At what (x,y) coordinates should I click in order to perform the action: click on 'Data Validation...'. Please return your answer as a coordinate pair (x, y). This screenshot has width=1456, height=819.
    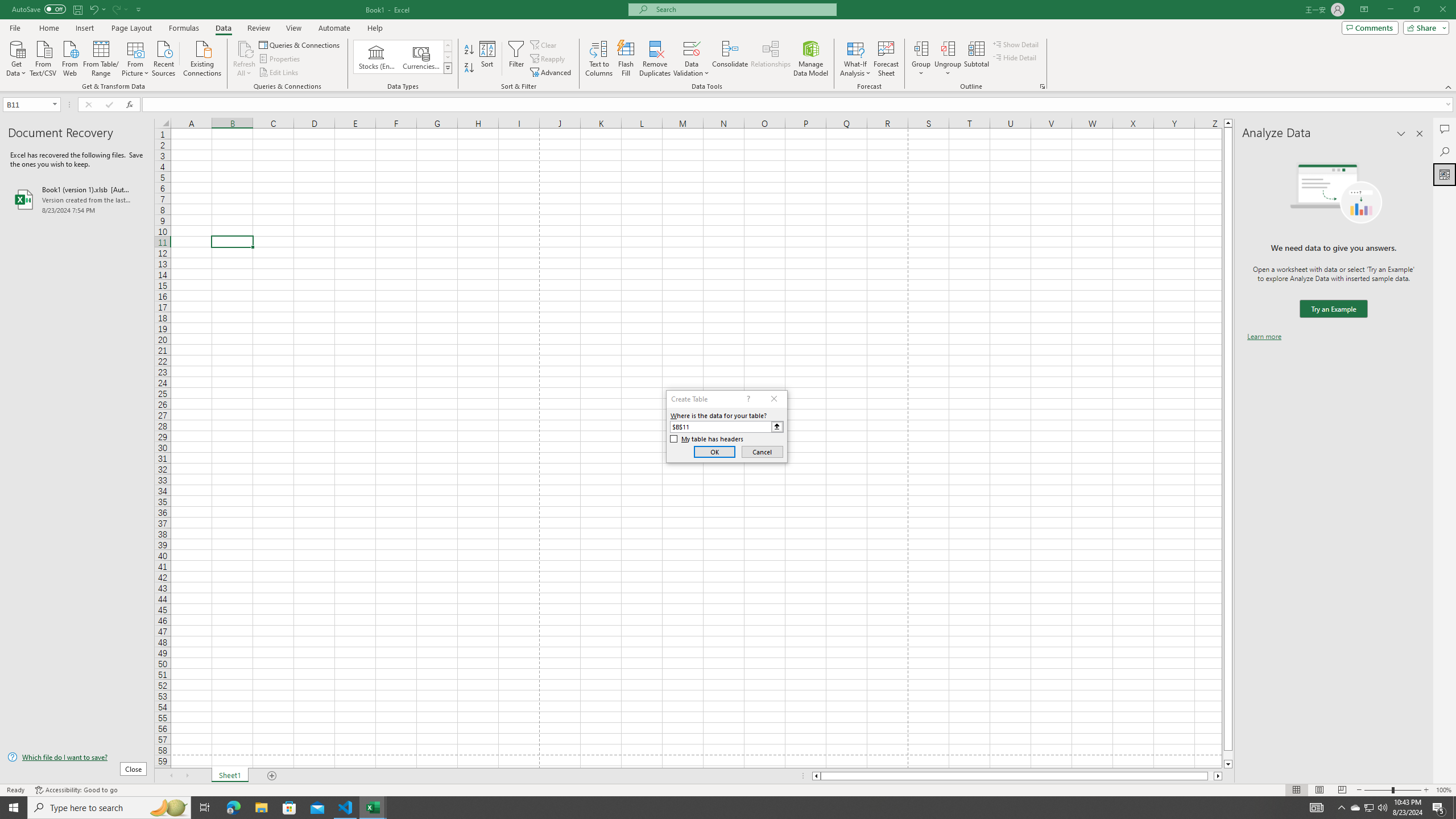
    Looking at the image, I should click on (691, 48).